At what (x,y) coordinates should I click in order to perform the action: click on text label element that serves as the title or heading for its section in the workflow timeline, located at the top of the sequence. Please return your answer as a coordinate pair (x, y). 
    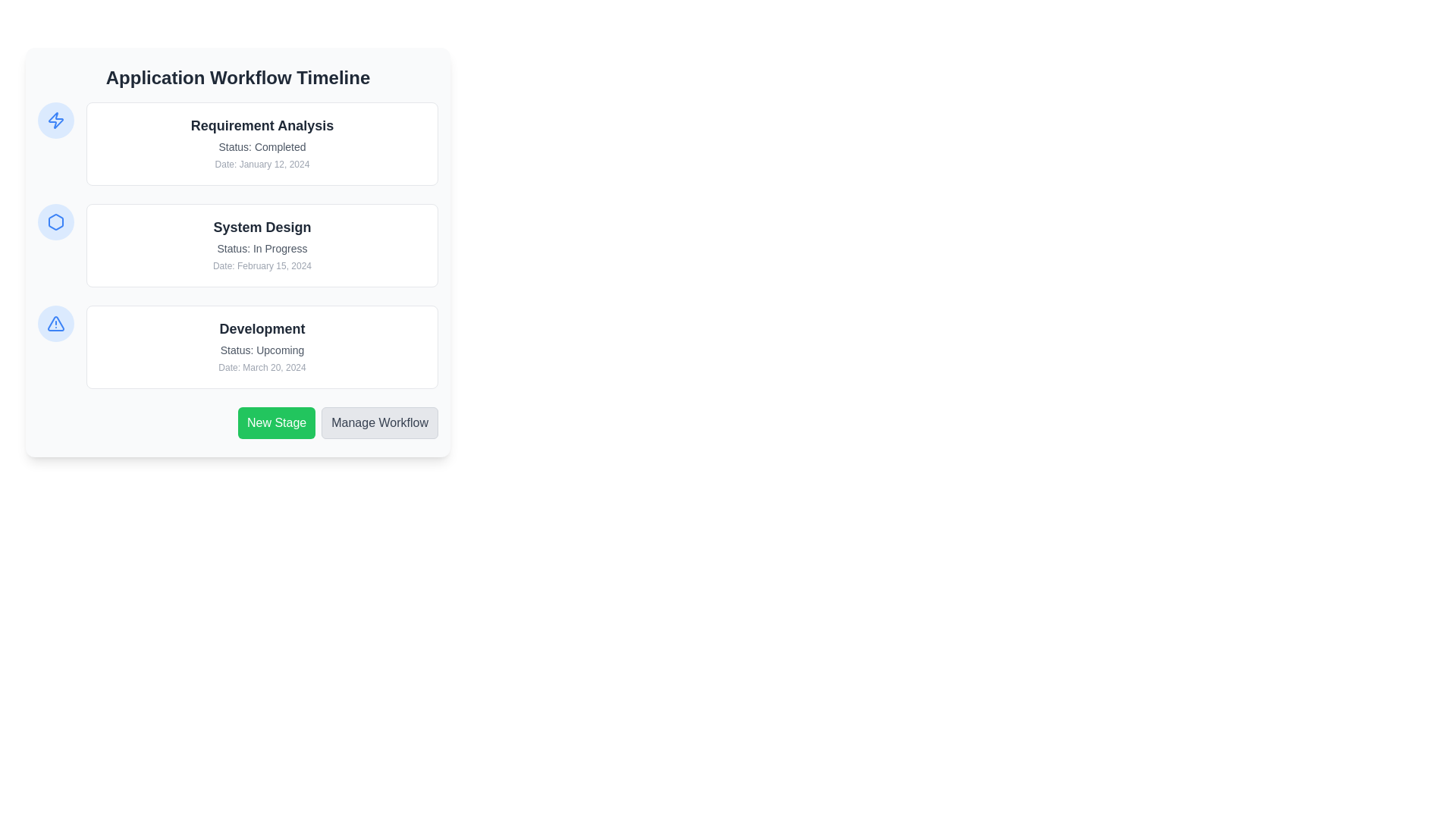
    Looking at the image, I should click on (262, 124).